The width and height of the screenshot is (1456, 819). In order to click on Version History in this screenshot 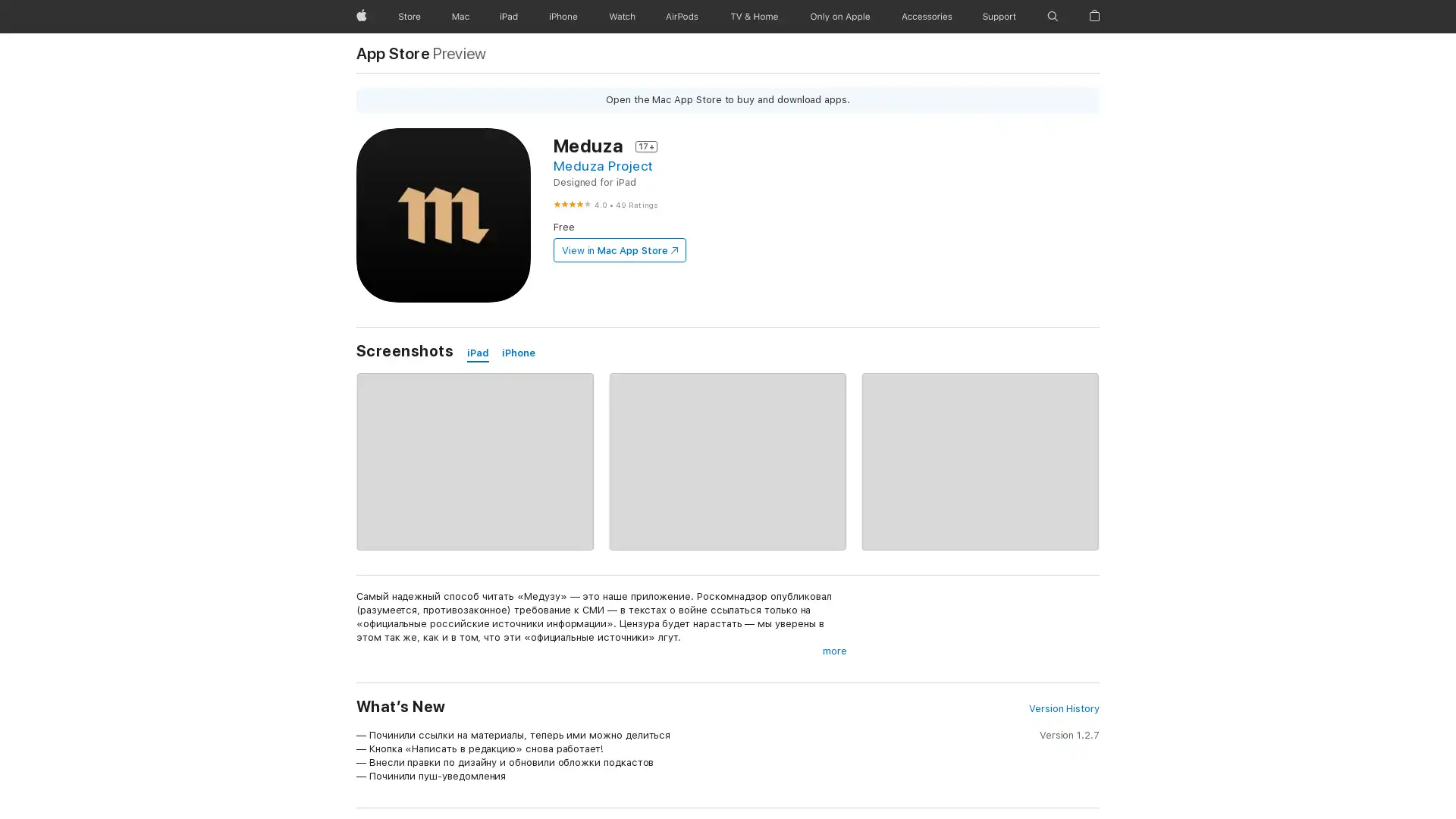, I will do `click(1062, 708)`.